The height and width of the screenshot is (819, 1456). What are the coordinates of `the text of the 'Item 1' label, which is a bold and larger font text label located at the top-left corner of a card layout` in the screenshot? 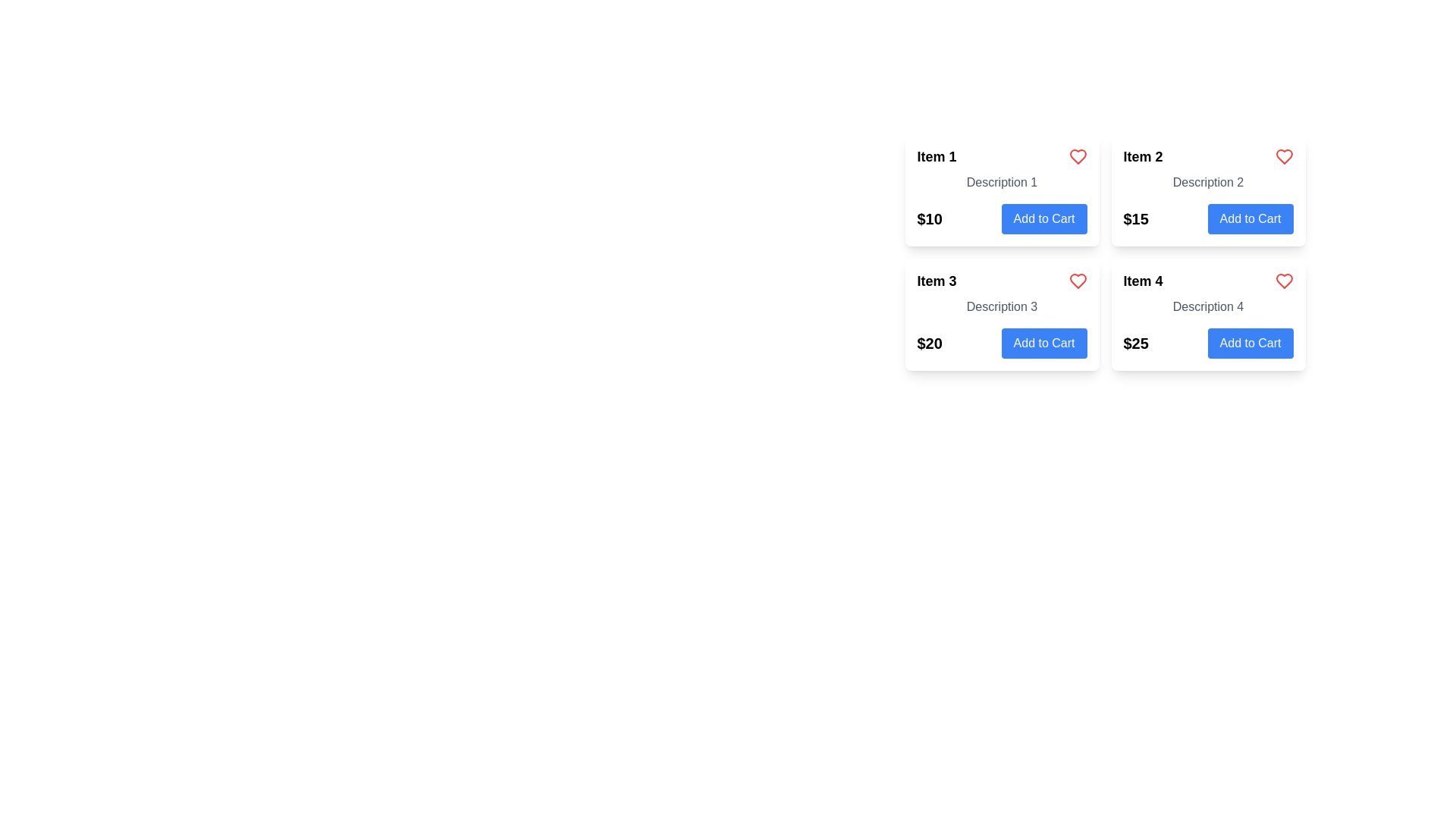 It's located at (936, 157).